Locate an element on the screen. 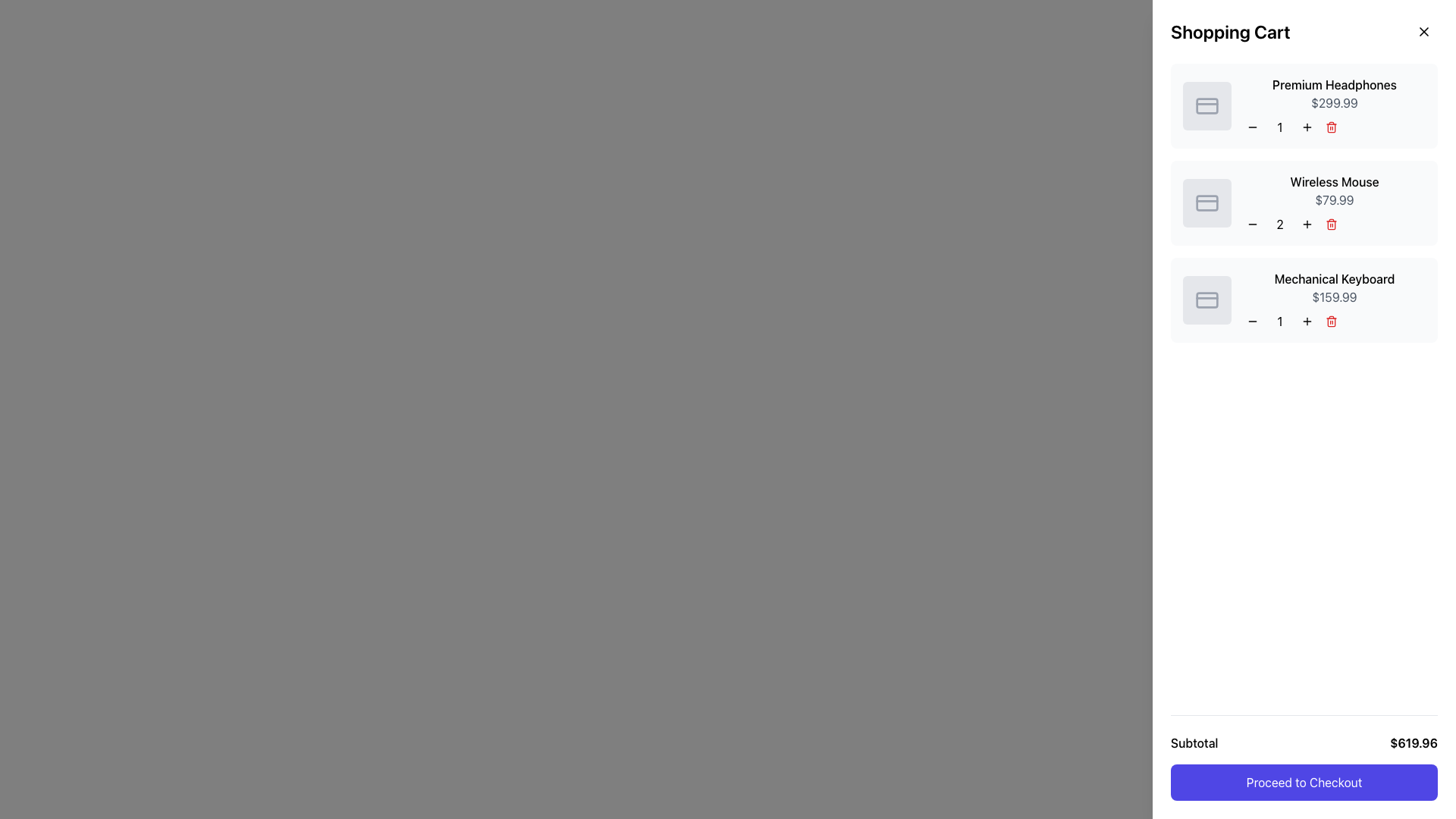 Image resolution: width=1456 pixels, height=819 pixels. the close icon represented by an X in the top-right corner of the shopping cart interface is located at coordinates (1423, 32).